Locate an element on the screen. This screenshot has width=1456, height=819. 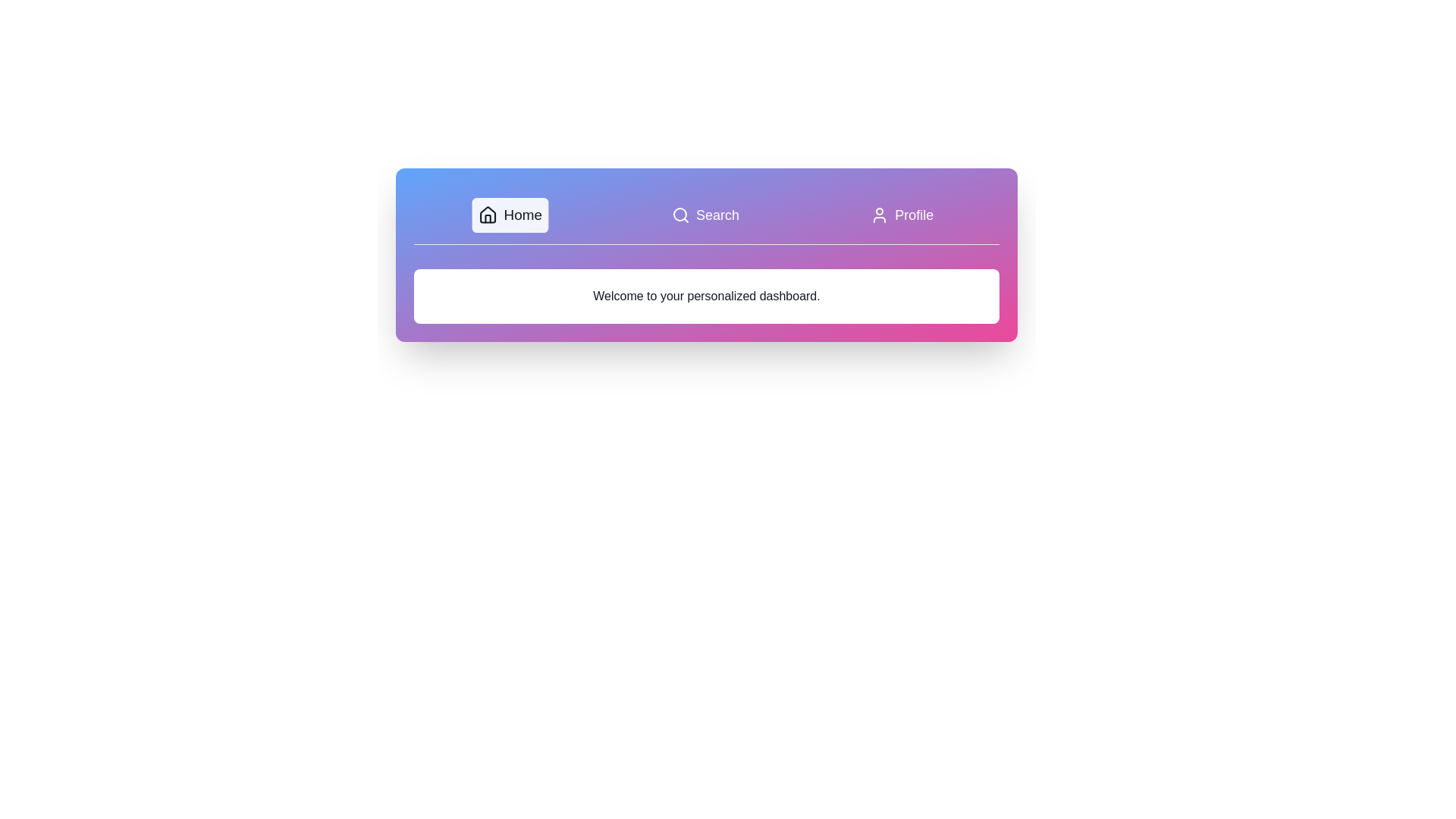
the Search tab to observe the hover effect is located at coordinates (704, 215).